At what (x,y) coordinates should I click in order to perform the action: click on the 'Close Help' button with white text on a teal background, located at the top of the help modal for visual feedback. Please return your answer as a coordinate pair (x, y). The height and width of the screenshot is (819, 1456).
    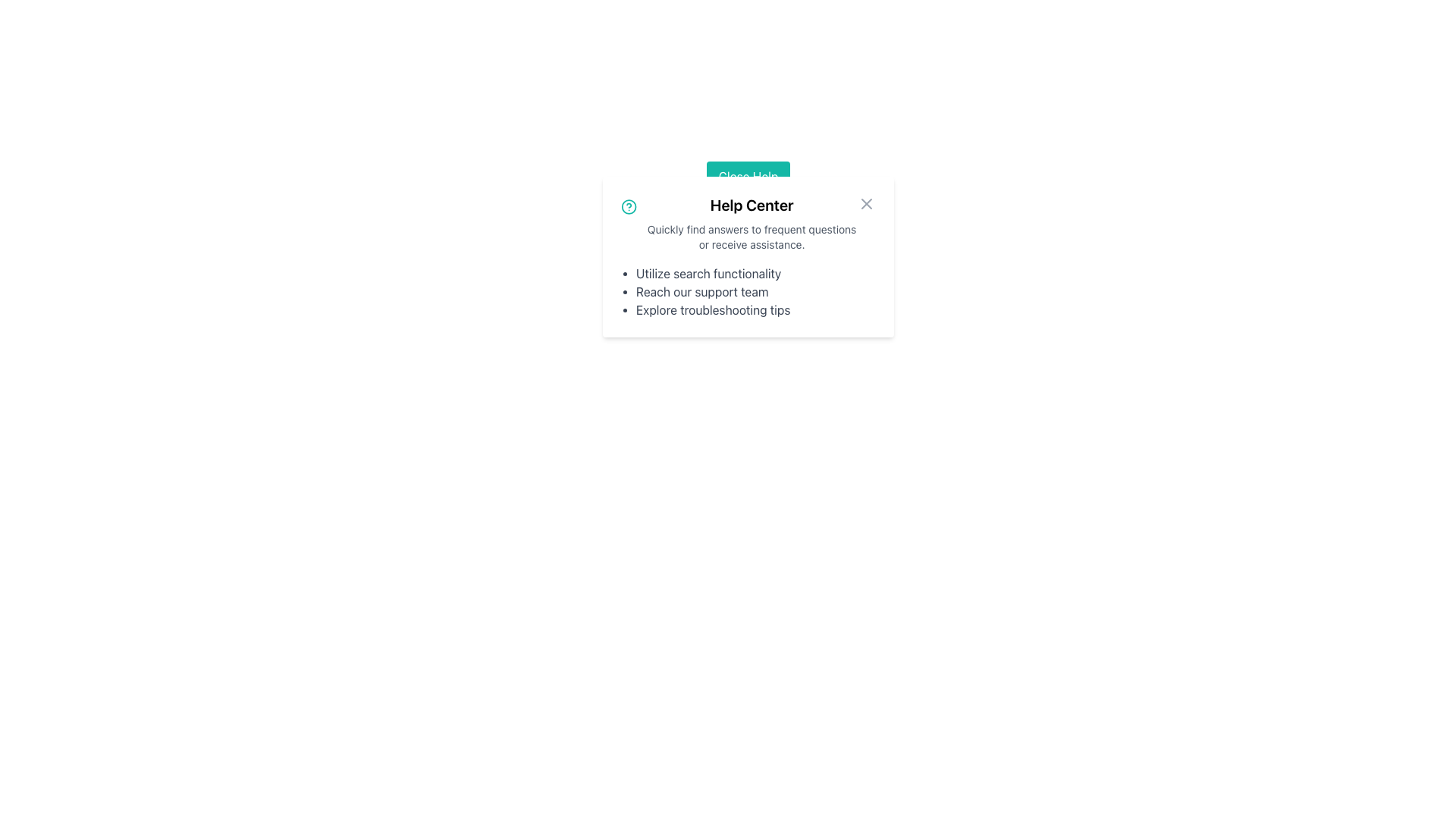
    Looking at the image, I should click on (748, 175).